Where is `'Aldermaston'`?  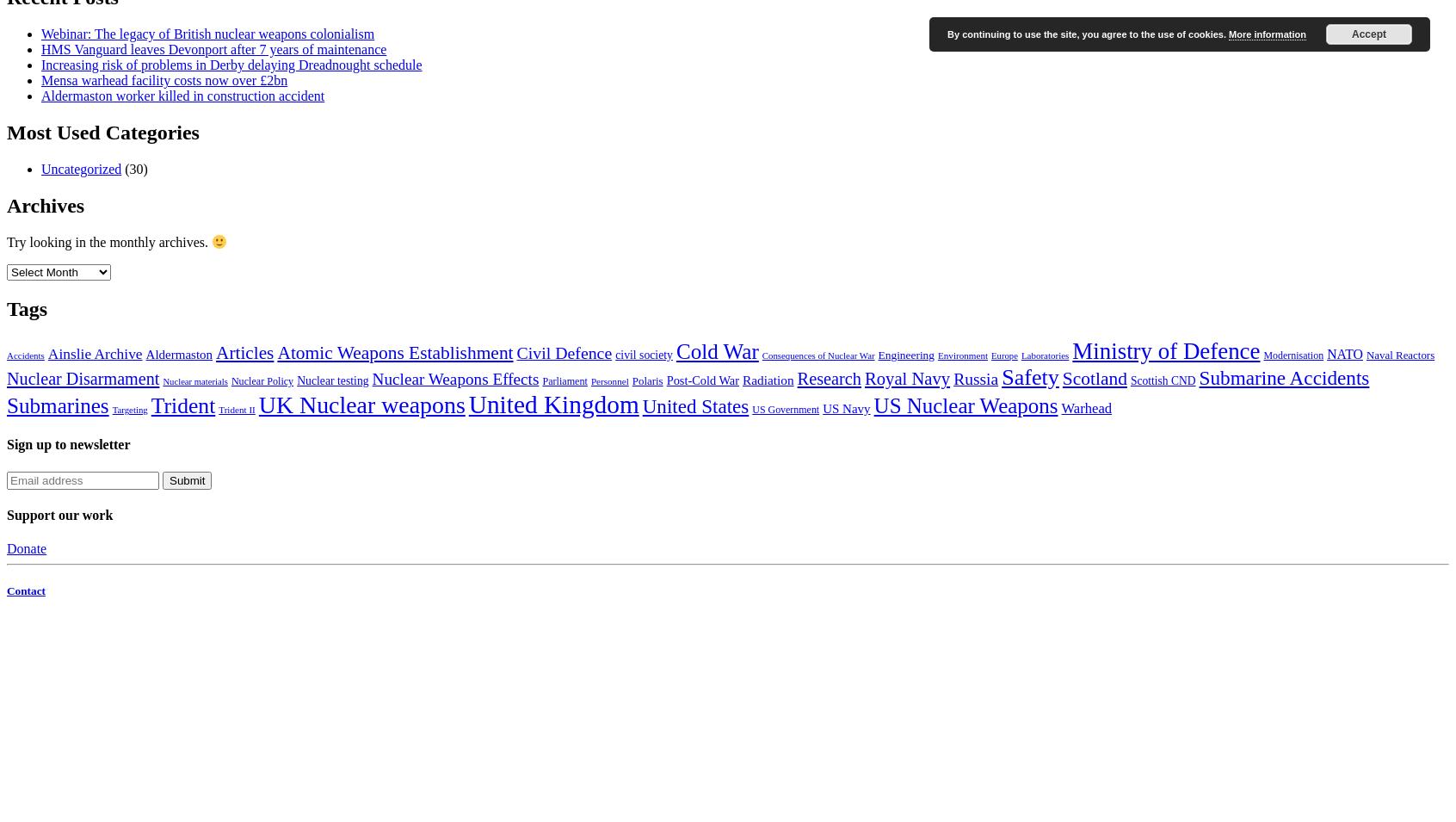
'Aldermaston' is located at coordinates (177, 353).